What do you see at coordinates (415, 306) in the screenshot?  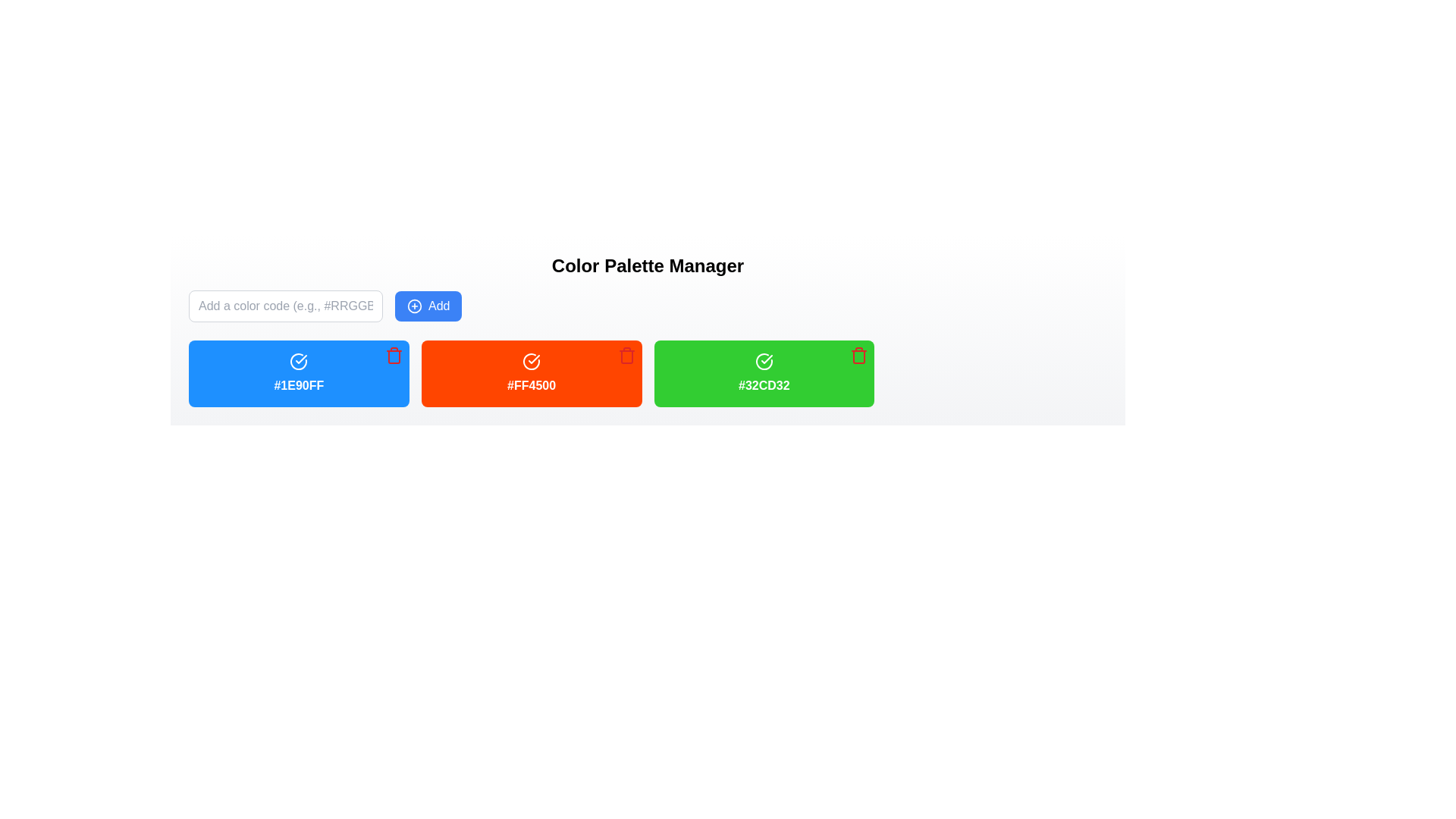 I see `the SVG graphical element representing a blue circle with a plus sign, located near the top of the interface adjacent to a text input field and a button labeled 'Add'` at bounding box center [415, 306].